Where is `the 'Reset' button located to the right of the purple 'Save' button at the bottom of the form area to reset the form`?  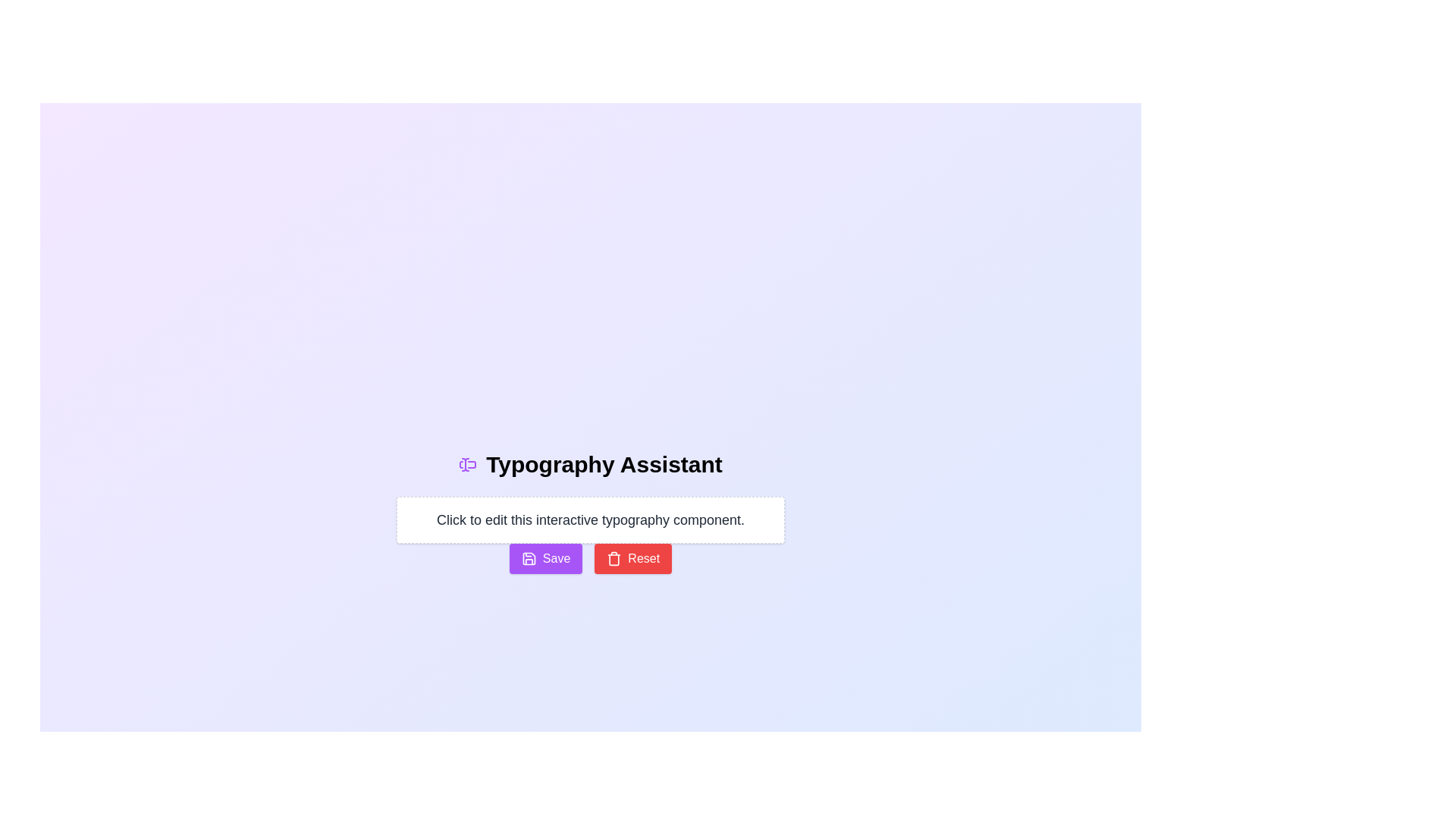
the 'Reset' button located to the right of the purple 'Save' button at the bottom of the form area to reset the form is located at coordinates (633, 558).